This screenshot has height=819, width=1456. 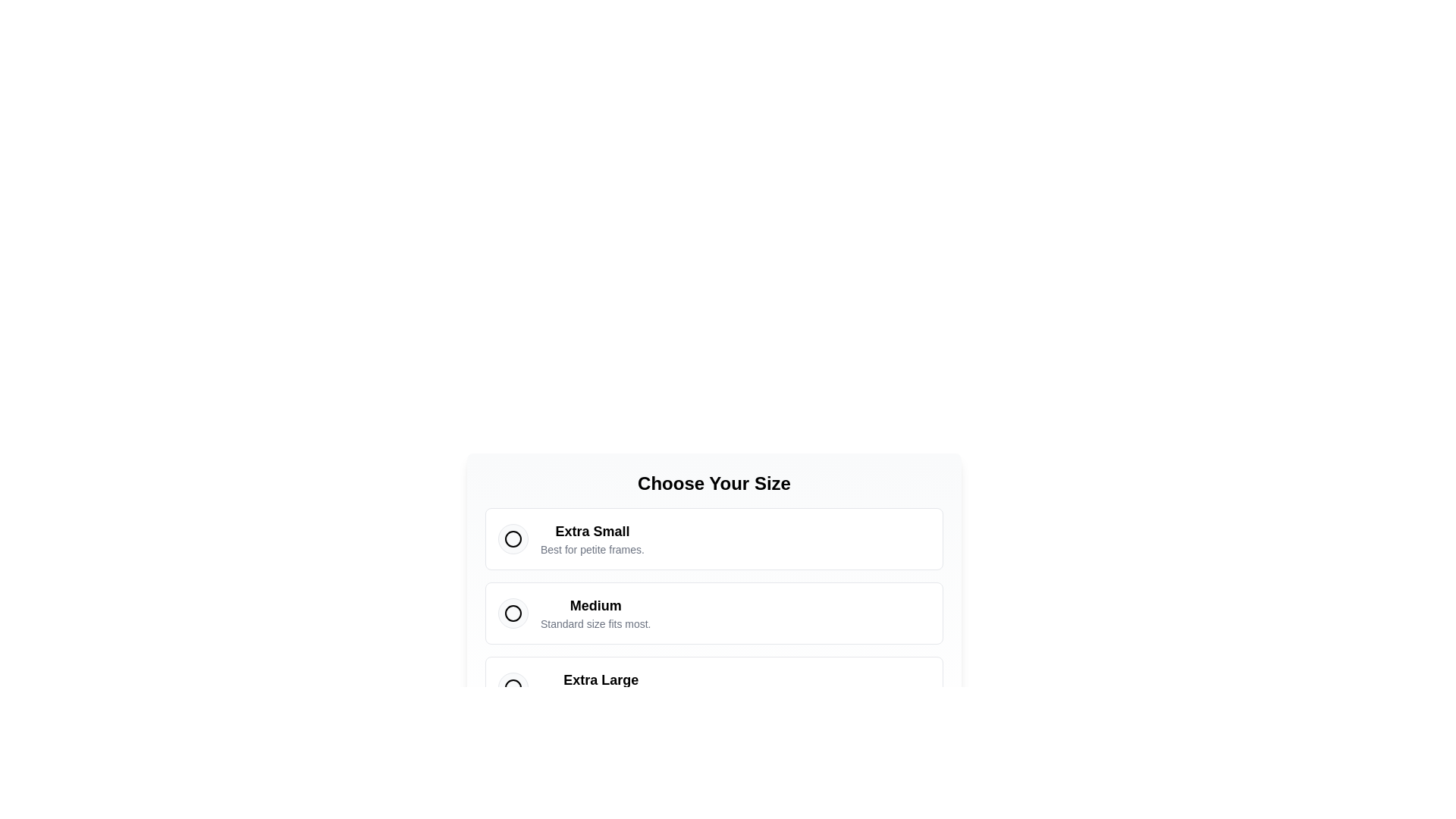 What do you see at coordinates (591, 538) in the screenshot?
I see `the 'Extra Small' sizing option text label located within the selection card component` at bounding box center [591, 538].